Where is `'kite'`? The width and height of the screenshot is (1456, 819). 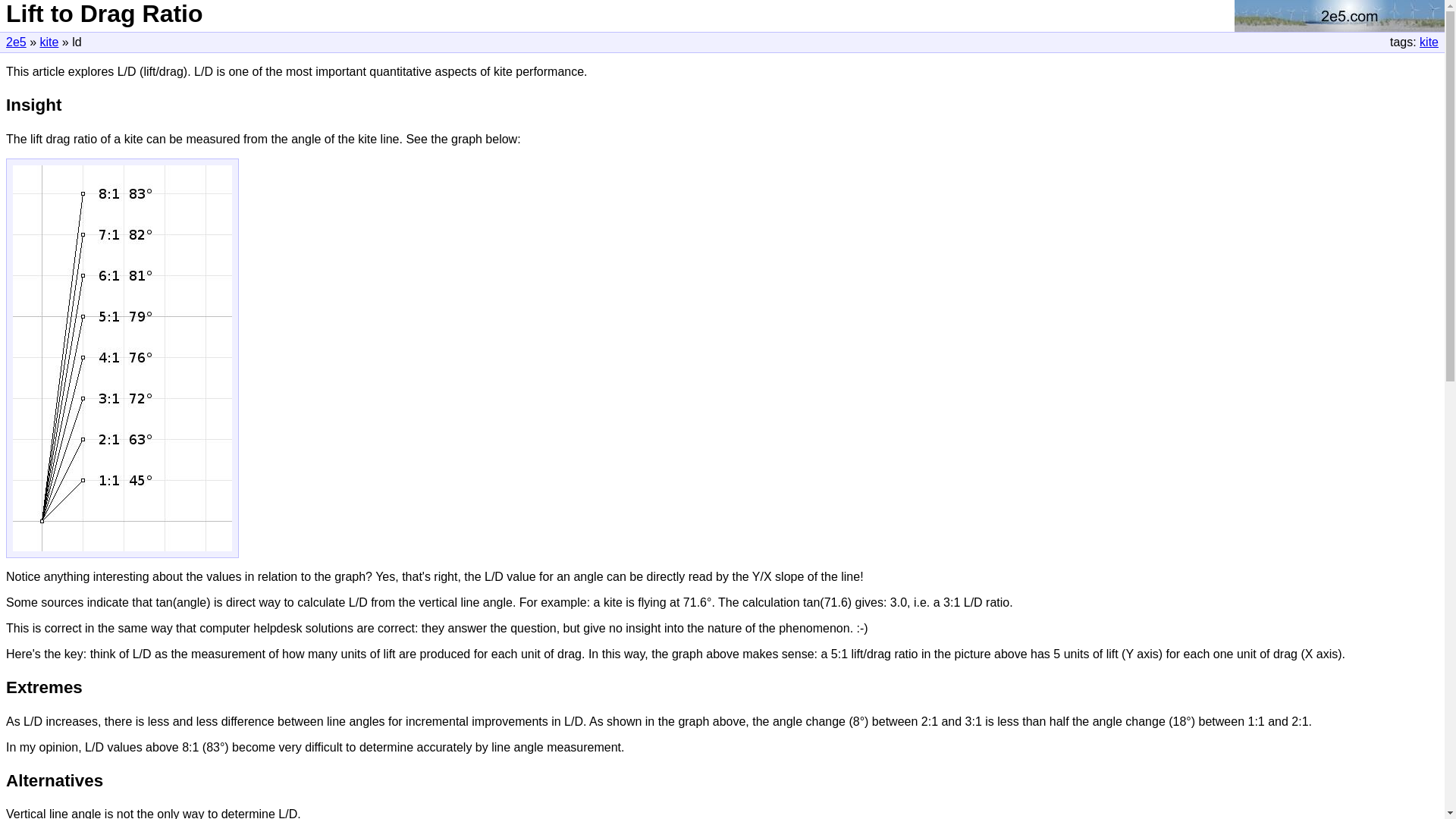
'kite' is located at coordinates (49, 41).